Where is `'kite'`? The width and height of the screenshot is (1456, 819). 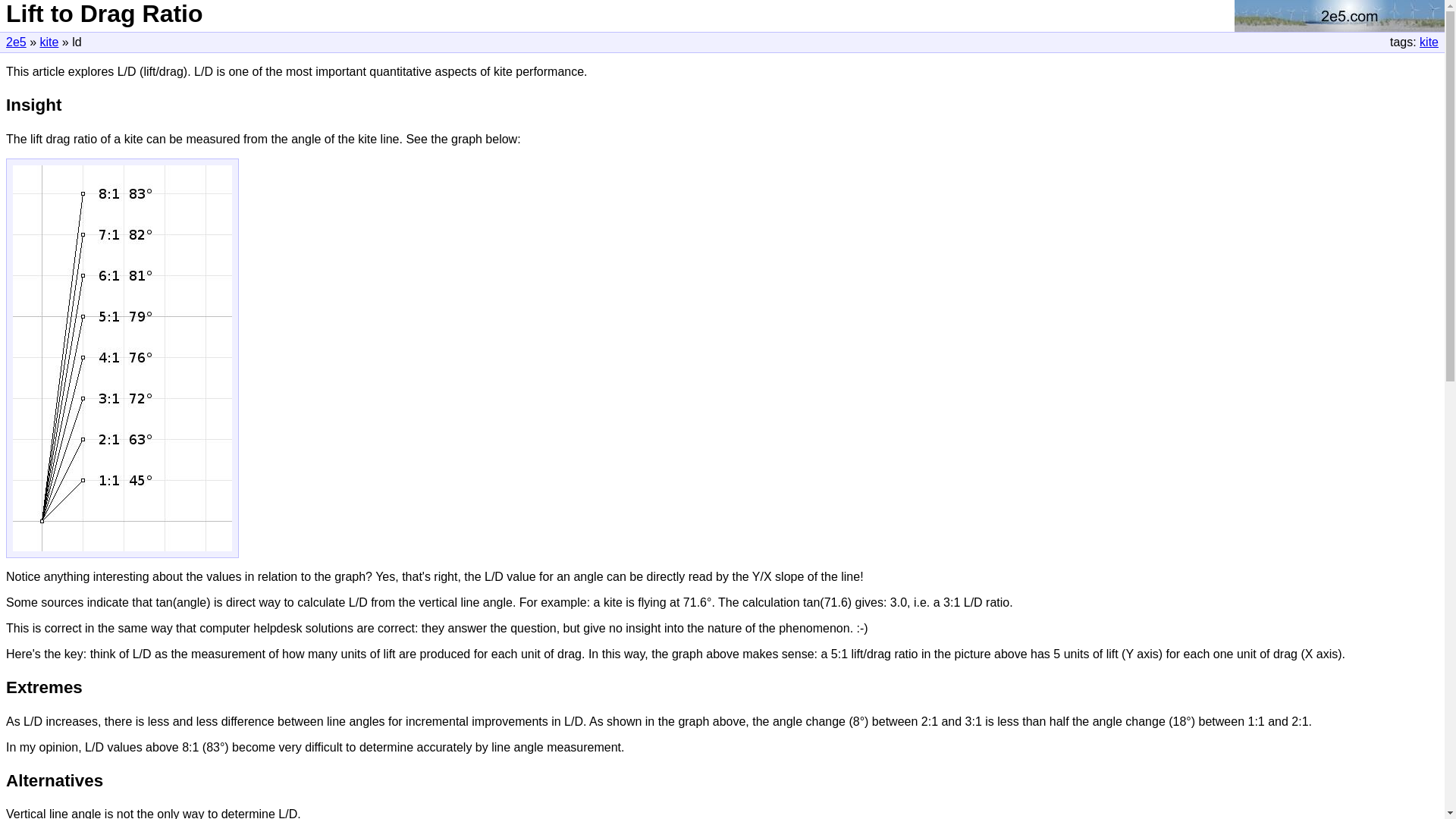
'kite' is located at coordinates (49, 41).